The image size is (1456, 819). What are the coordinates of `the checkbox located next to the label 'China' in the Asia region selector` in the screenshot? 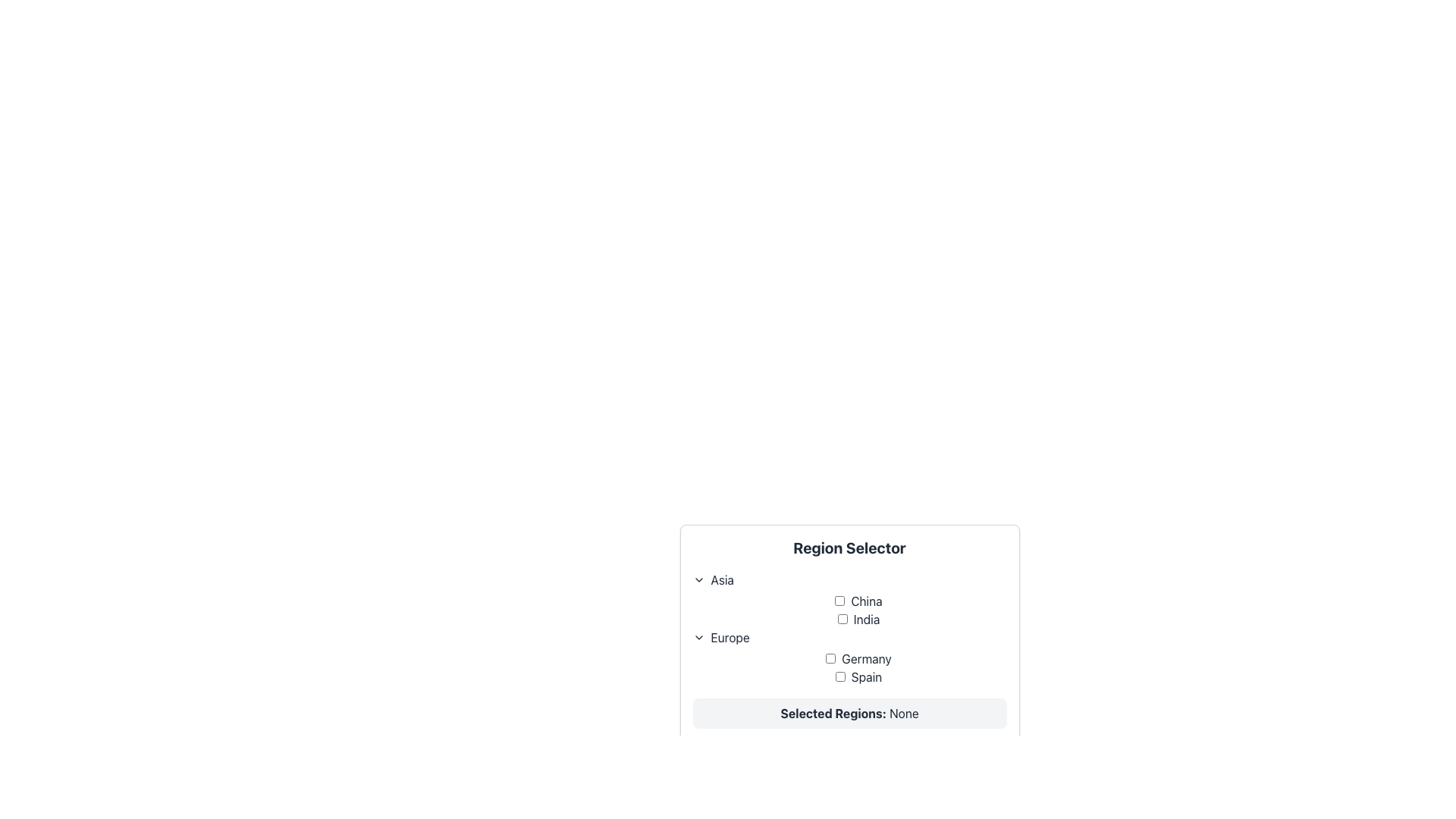 It's located at (839, 600).